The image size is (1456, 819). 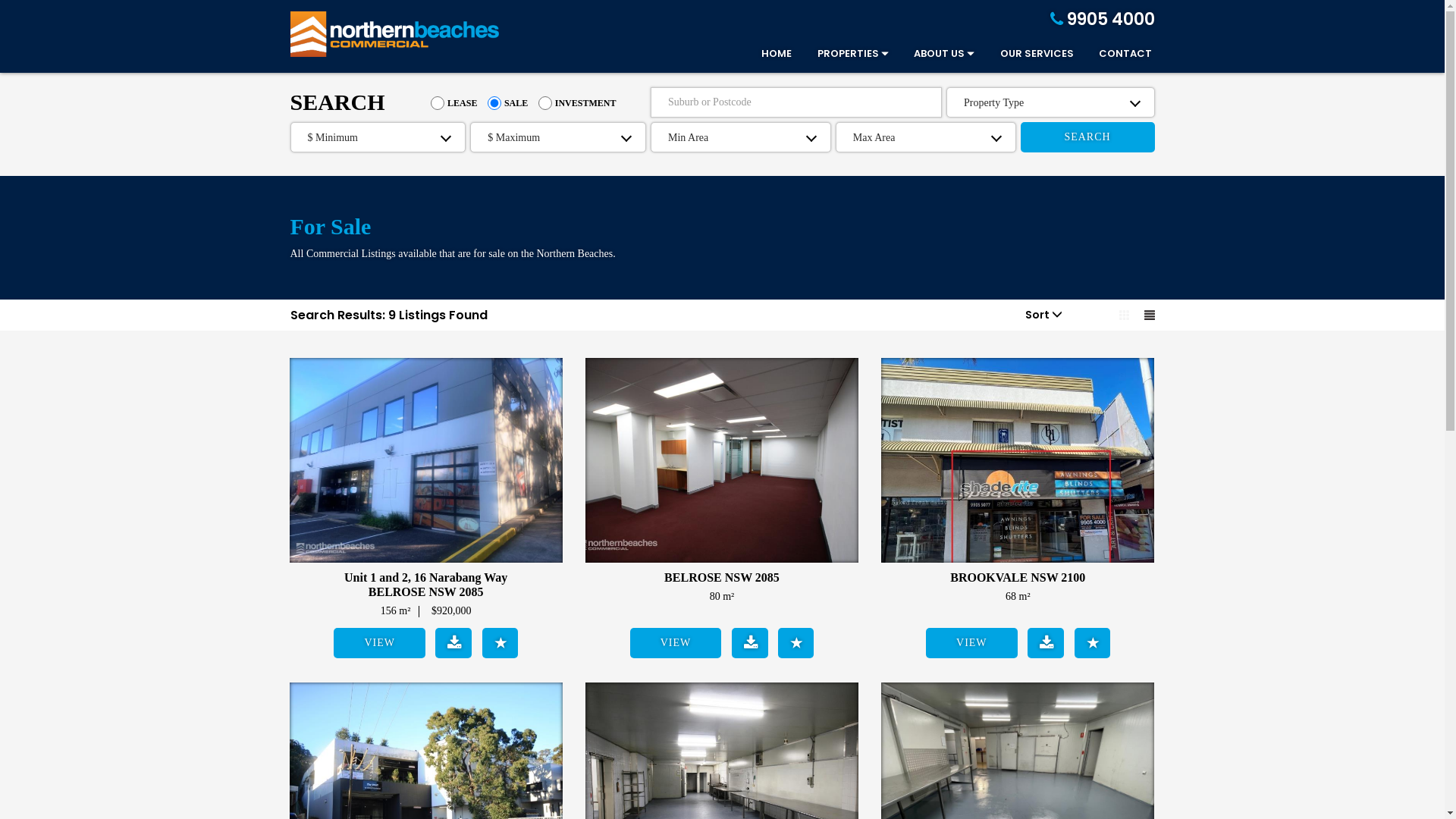 I want to click on 'ABOUT US', so click(x=891, y=55).